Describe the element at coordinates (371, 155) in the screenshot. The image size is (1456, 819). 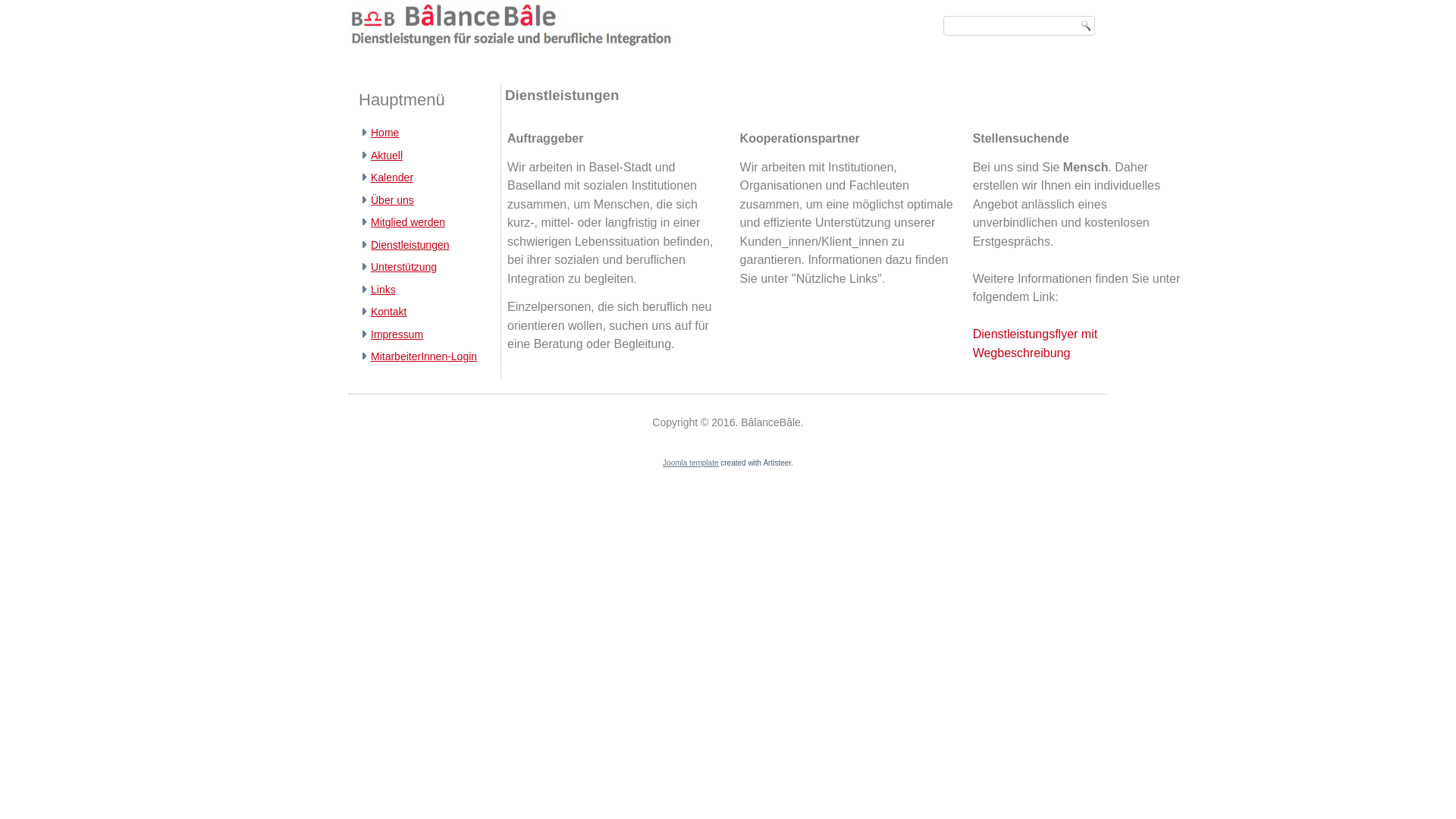
I see `'Aktuell'` at that location.